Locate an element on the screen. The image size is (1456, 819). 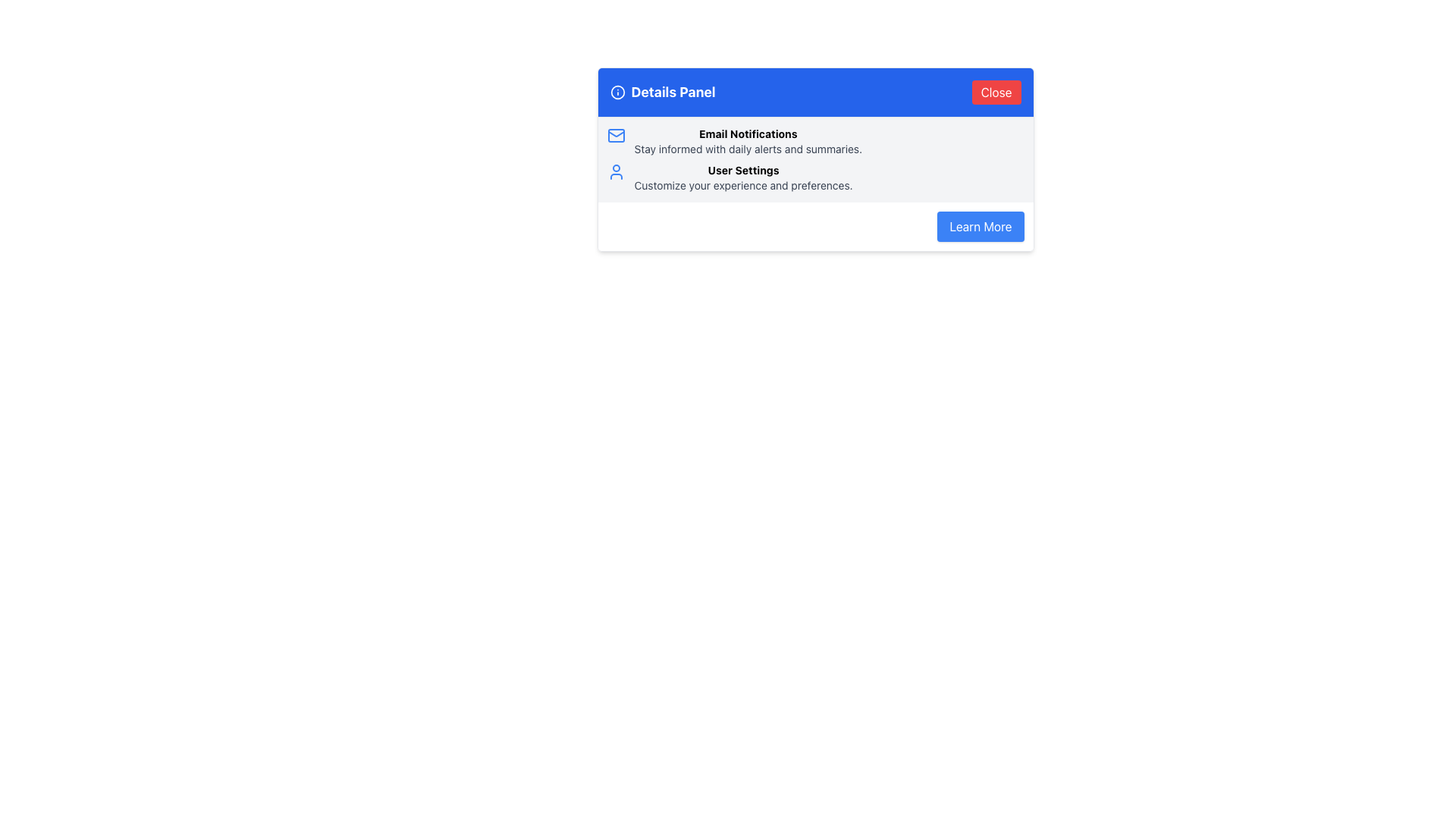
the blue envelope icon representing 'Email Notifications', which is positioned to the left of the text in the notifications section is located at coordinates (616, 134).